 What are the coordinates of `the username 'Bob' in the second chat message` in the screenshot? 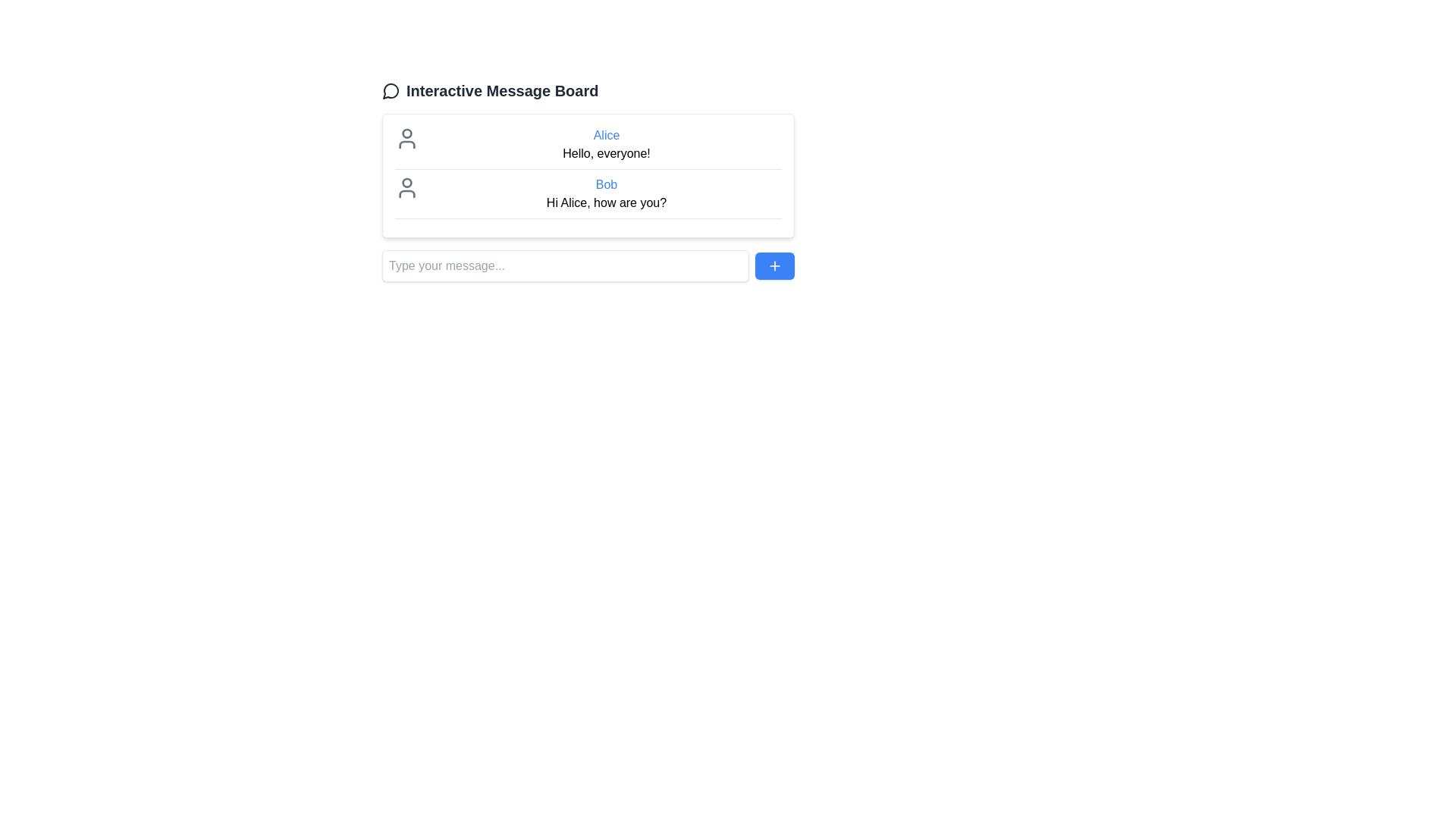 It's located at (607, 193).